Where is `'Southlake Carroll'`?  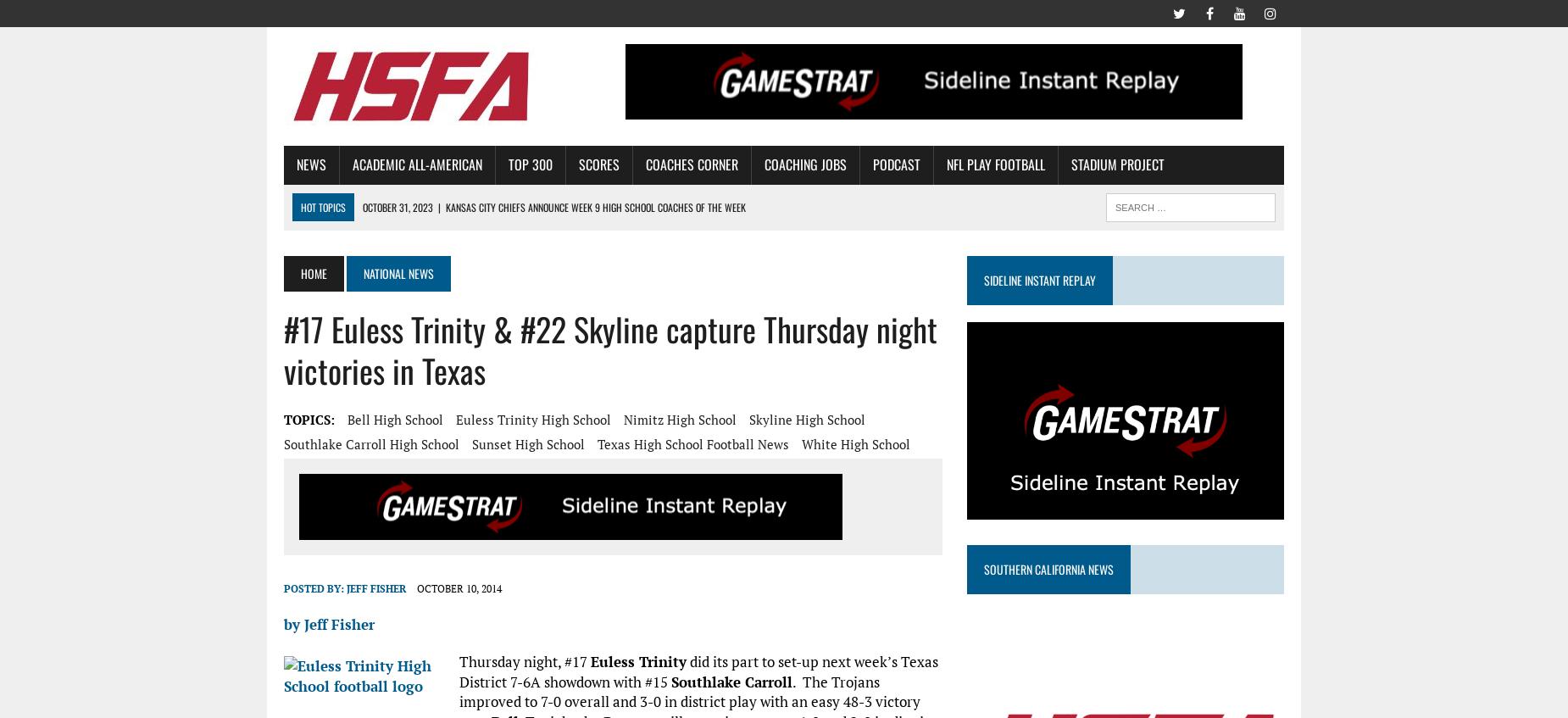 'Southlake Carroll' is located at coordinates (731, 681).